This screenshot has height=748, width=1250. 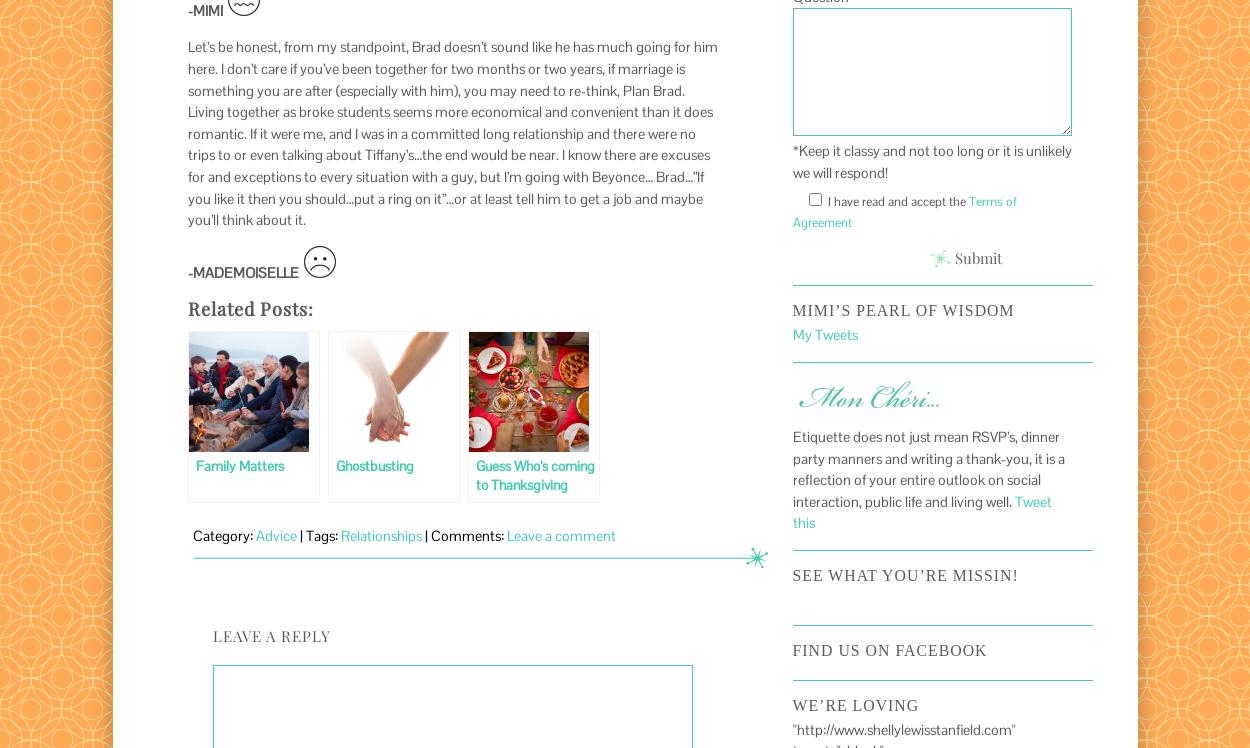 What do you see at coordinates (824, 200) in the screenshot?
I see `'I have read and accept the'` at bounding box center [824, 200].